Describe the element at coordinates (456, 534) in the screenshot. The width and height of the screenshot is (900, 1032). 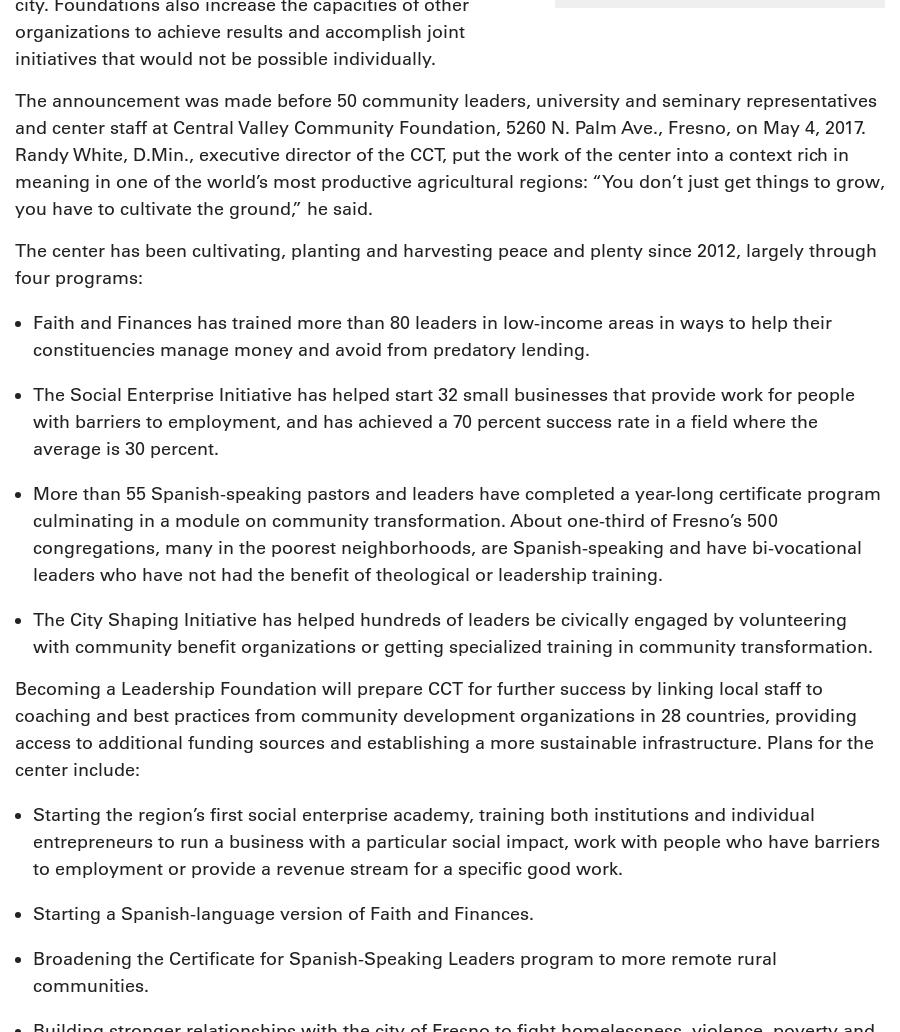
I see `'More than 55 Spanish-speaking pastors and leaders have completed a year-long certificate program culminating in a module on community transformation. About one-third of Fresno’s 500 congregations, many in the poorest neighborhoods, are Spanish-speaking and have bi-vocational leaders who have not had the benefit of theological or leadership training.'` at that location.